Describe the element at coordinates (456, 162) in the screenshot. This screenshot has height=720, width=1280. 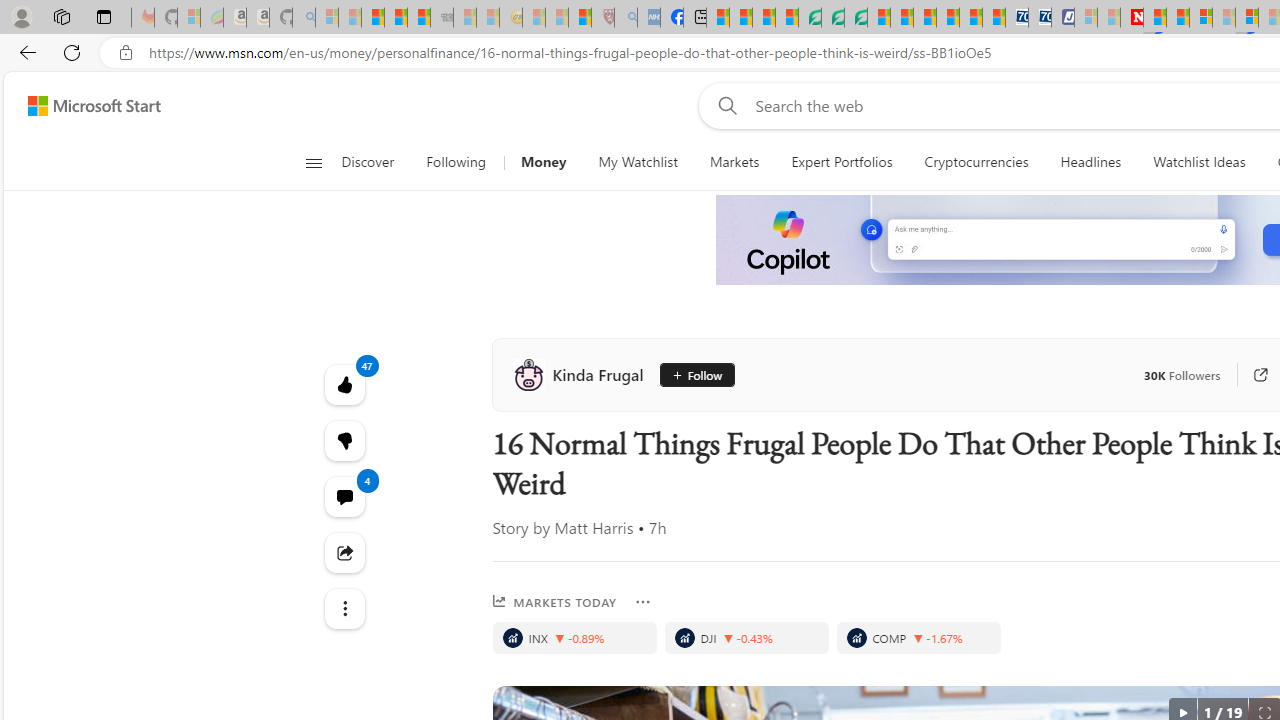
I see `'Following'` at that location.